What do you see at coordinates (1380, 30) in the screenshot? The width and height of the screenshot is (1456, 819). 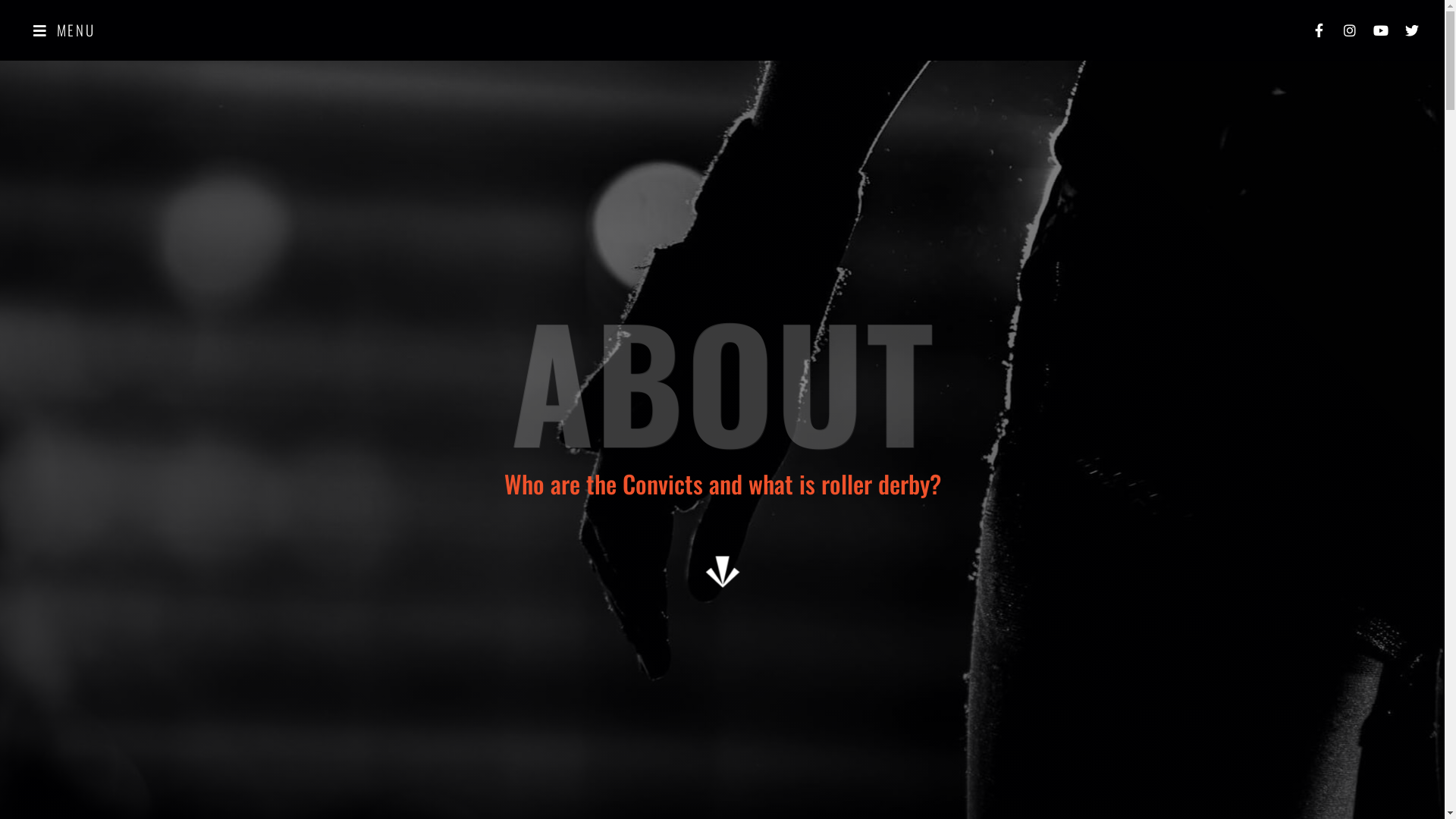 I see `'Youtube'` at bounding box center [1380, 30].